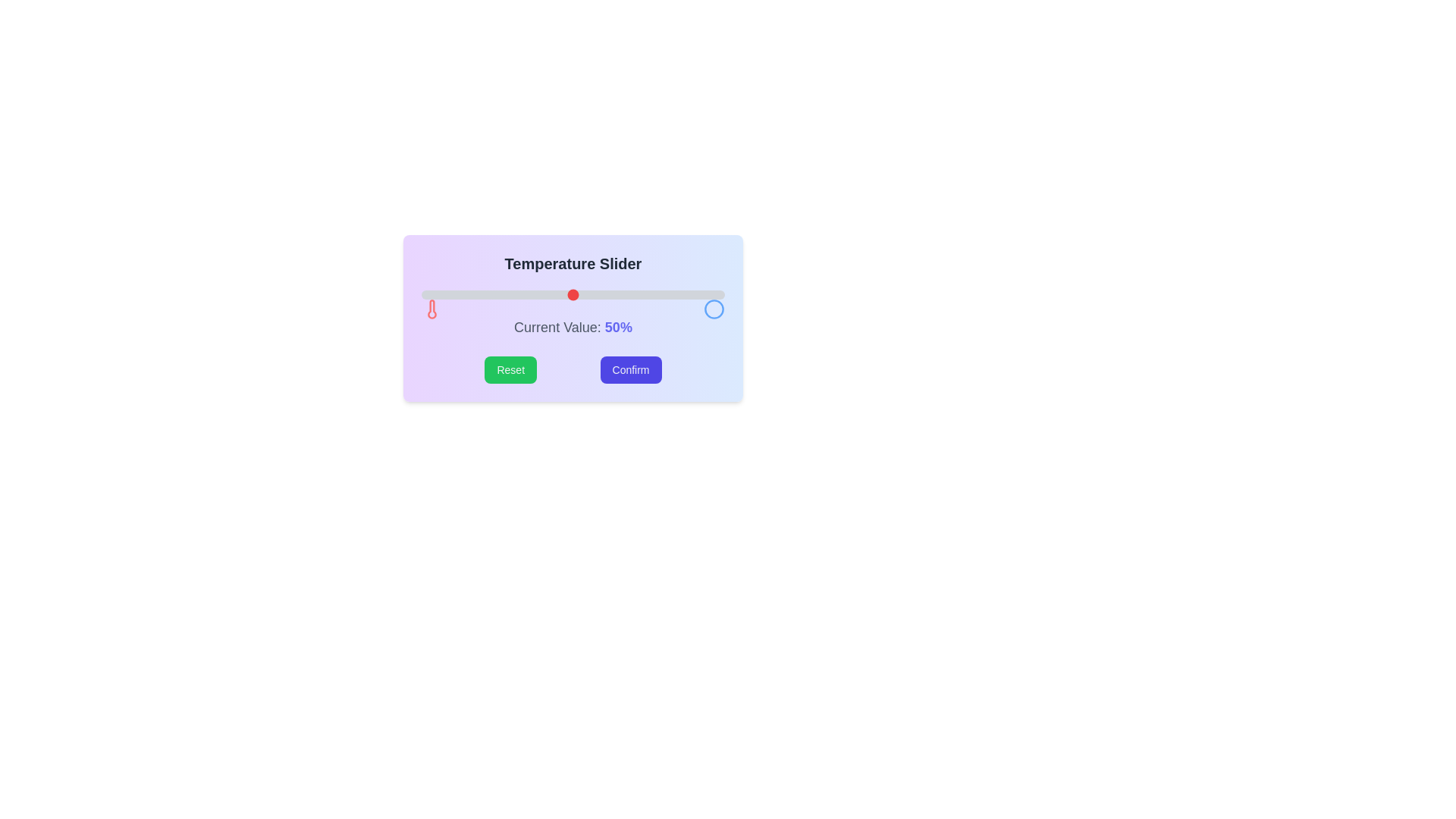 This screenshot has height=819, width=1456. Describe the element at coordinates (510, 370) in the screenshot. I see `the 'Reset' button to reset the slider value to 0` at that location.